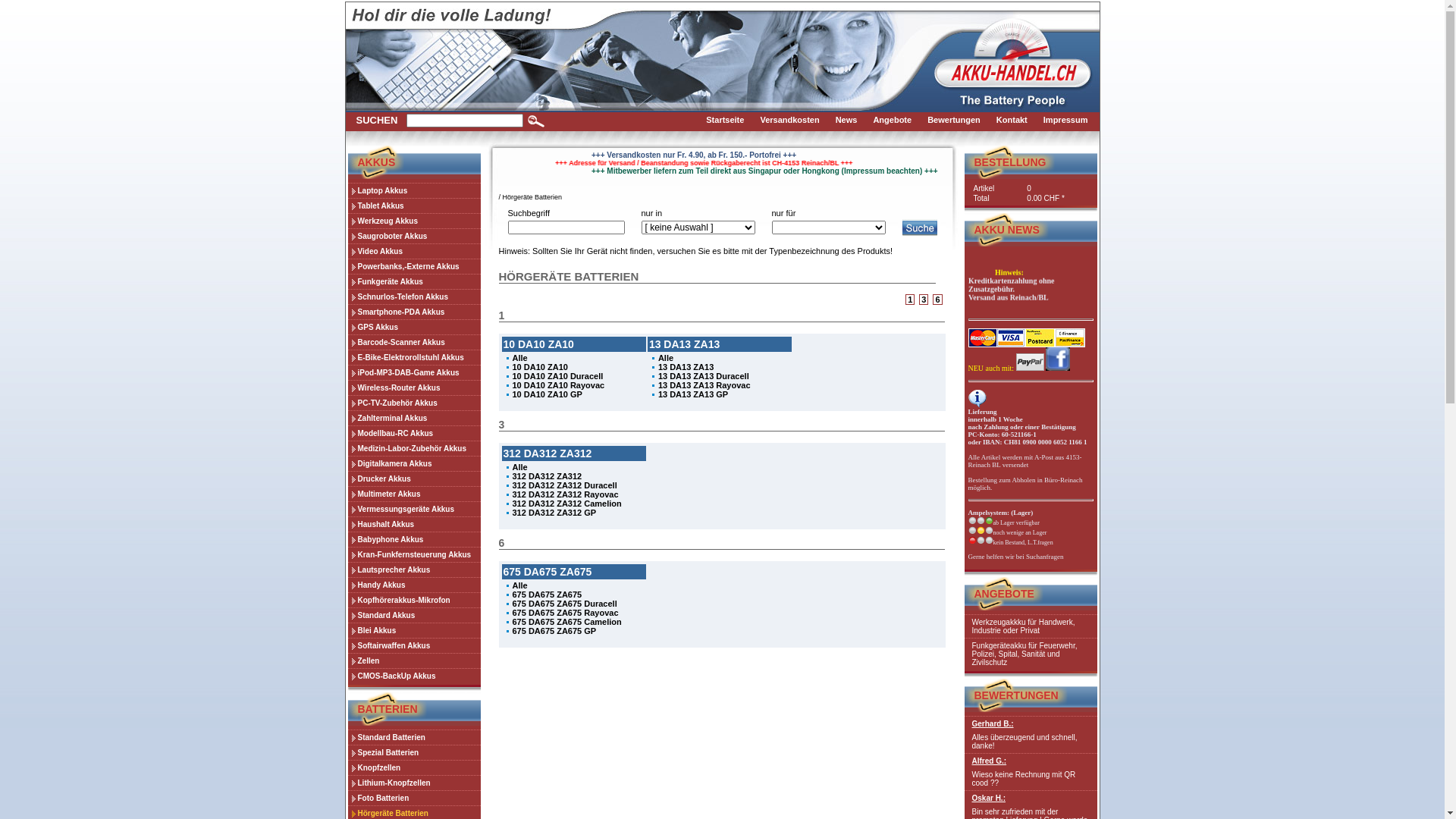 The width and height of the screenshot is (1456, 819). What do you see at coordinates (346, 296) in the screenshot?
I see `'Schnurlos-Telefon Akkus'` at bounding box center [346, 296].